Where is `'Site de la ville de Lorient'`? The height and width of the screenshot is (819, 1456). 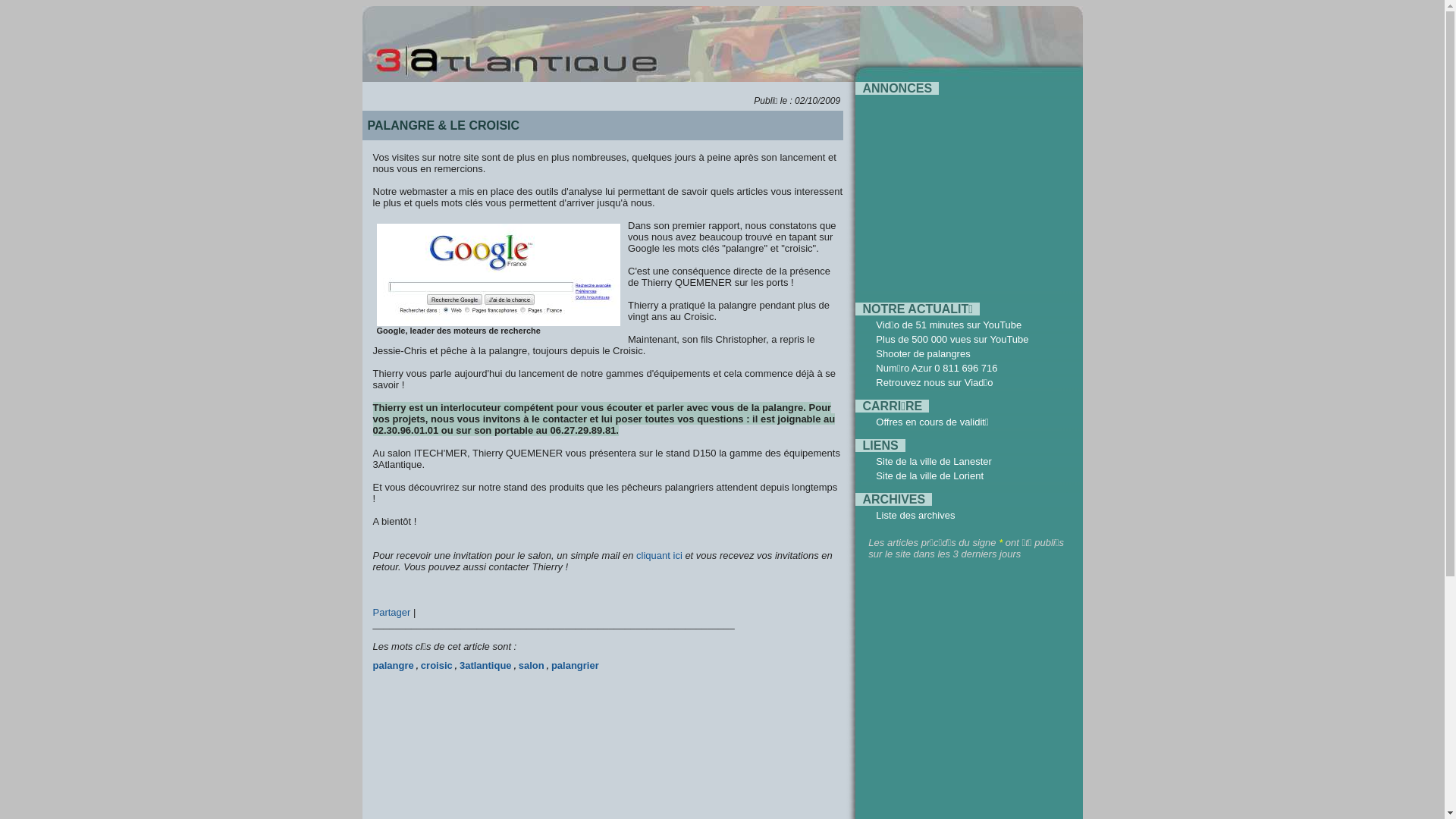
'Site de la ville de Lorient' is located at coordinates (876, 475).